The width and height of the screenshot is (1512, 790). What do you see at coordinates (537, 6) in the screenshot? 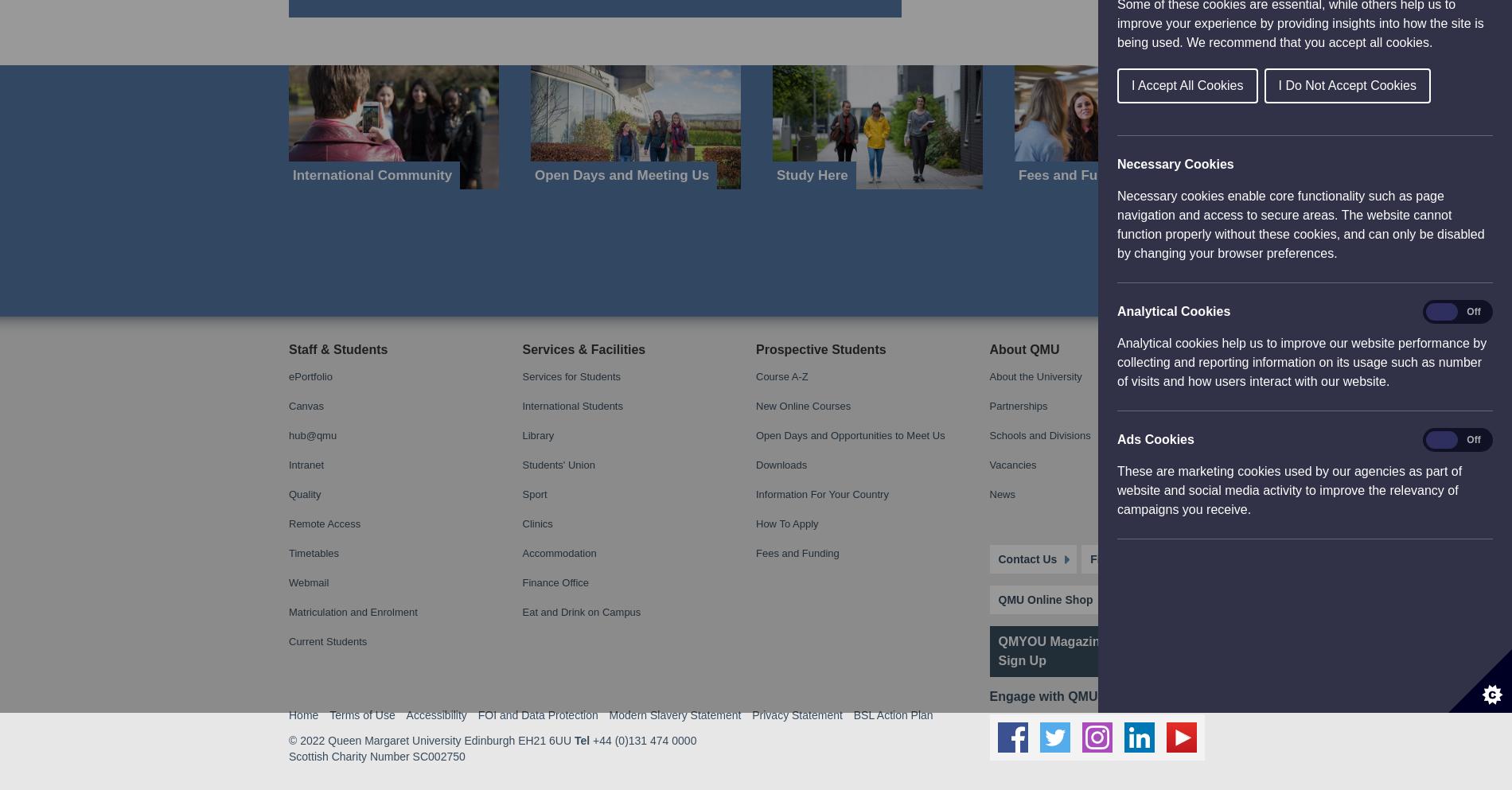
I see `'FOI and Data Protection'` at bounding box center [537, 6].